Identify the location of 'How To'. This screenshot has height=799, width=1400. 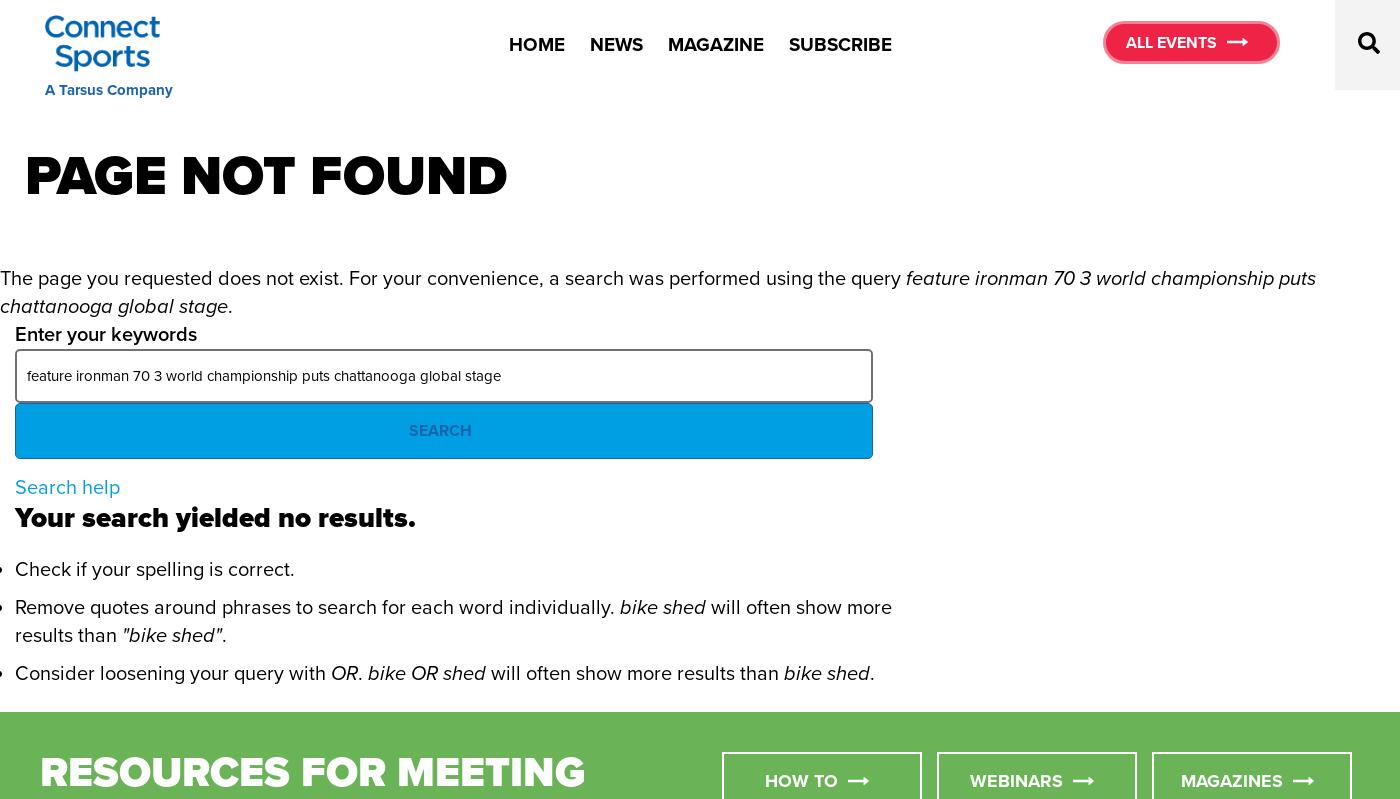
(801, 778).